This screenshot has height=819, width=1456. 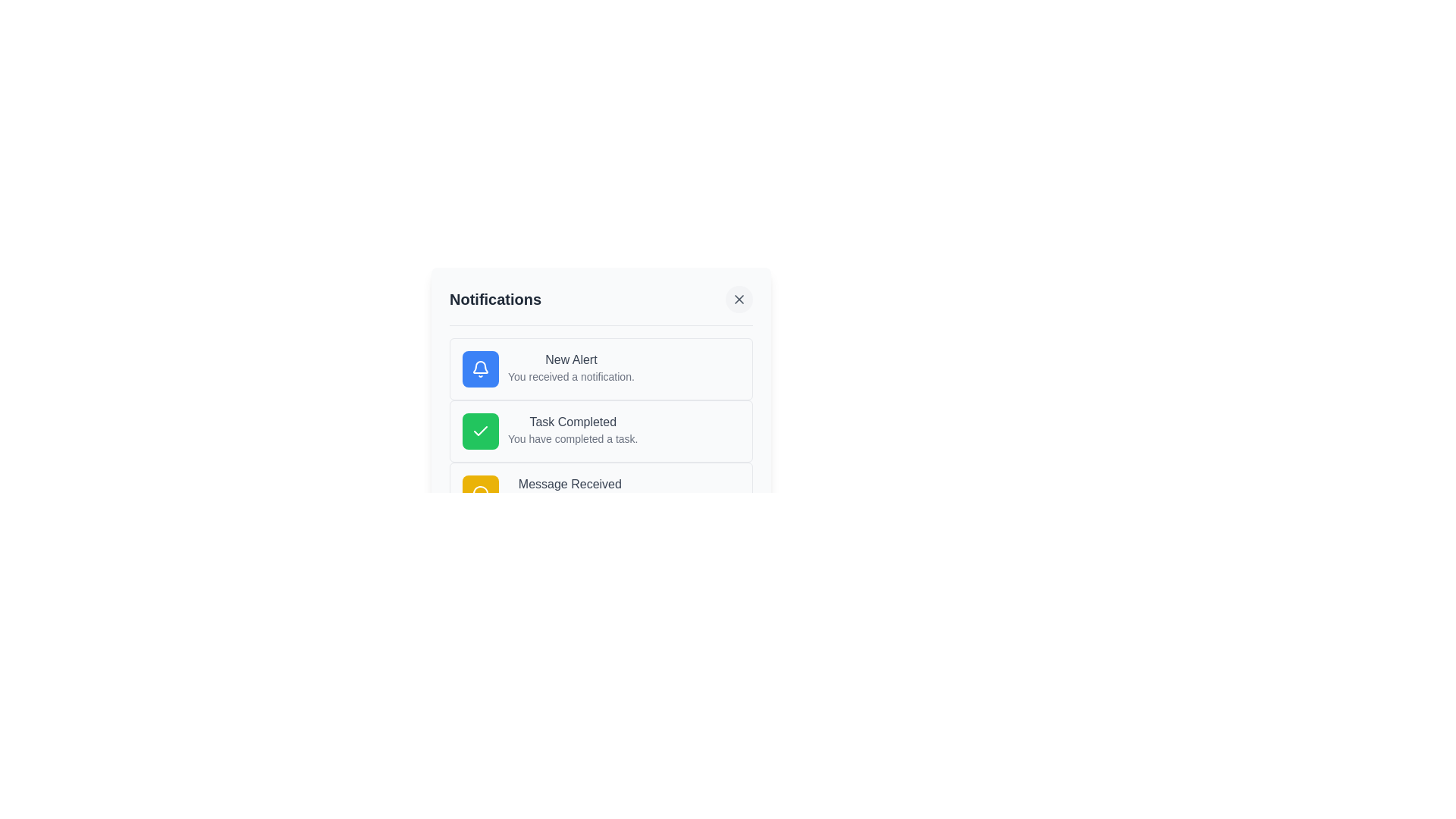 What do you see at coordinates (600, 494) in the screenshot?
I see `the third notification item with a yellow circular icon and the message header 'Message Received'` at bounding box center [600, 494].